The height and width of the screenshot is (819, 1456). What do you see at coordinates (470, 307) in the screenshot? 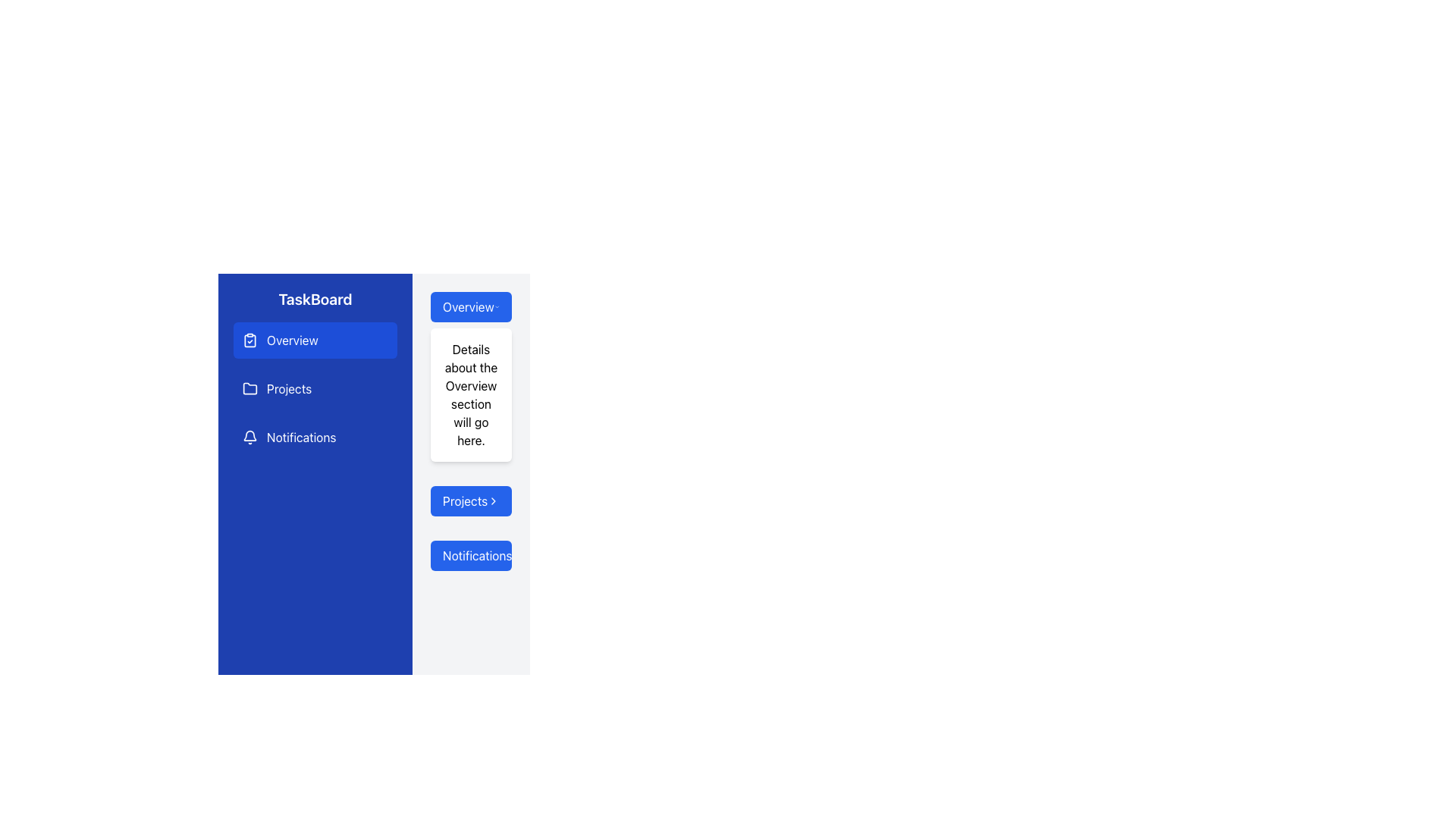
I see `the interactive button located in the top-right section of the interface` at bounding box center [470, 307].